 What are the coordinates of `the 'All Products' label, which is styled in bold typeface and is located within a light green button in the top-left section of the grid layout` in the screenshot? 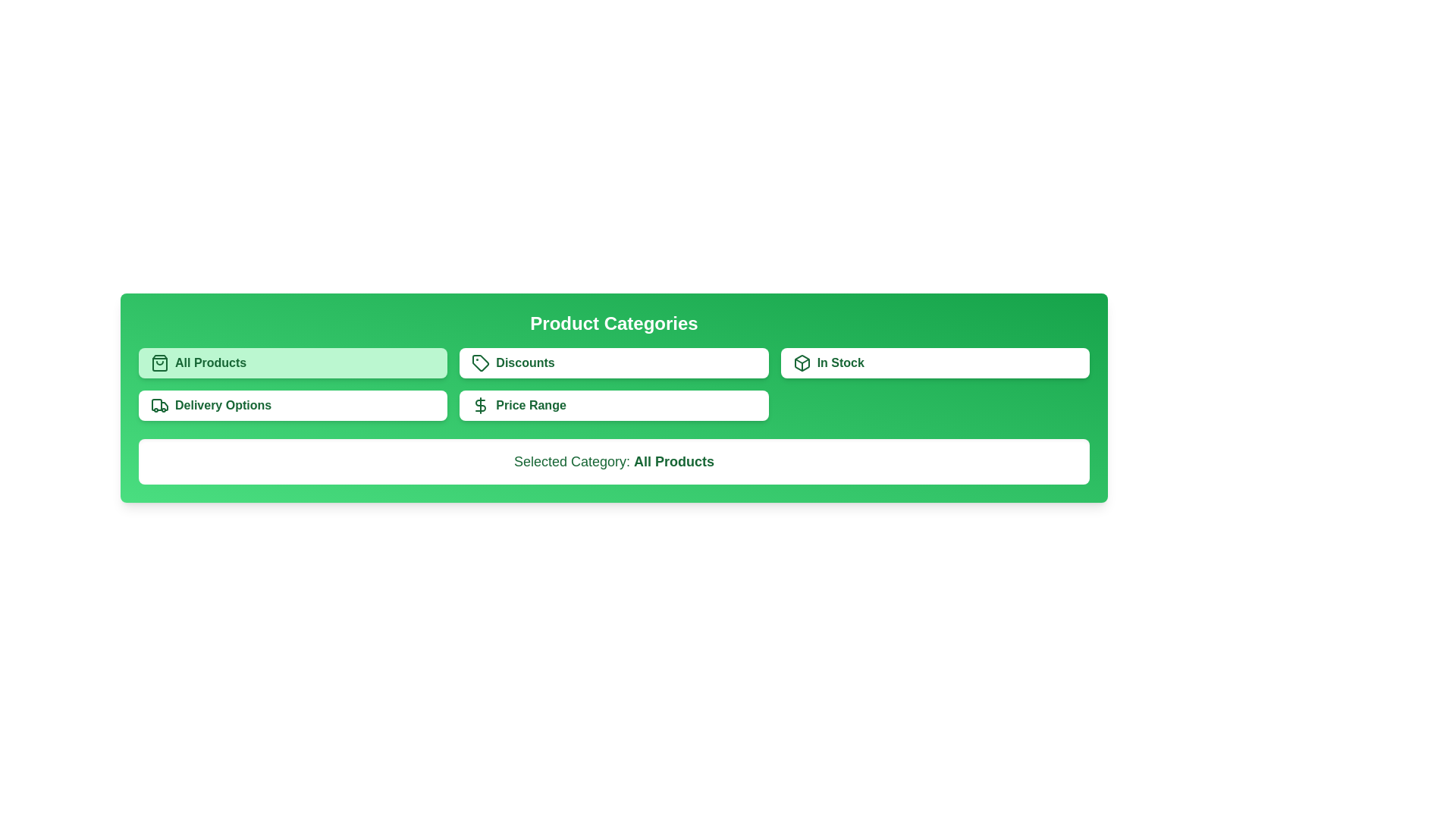 It's located at (210, 362).